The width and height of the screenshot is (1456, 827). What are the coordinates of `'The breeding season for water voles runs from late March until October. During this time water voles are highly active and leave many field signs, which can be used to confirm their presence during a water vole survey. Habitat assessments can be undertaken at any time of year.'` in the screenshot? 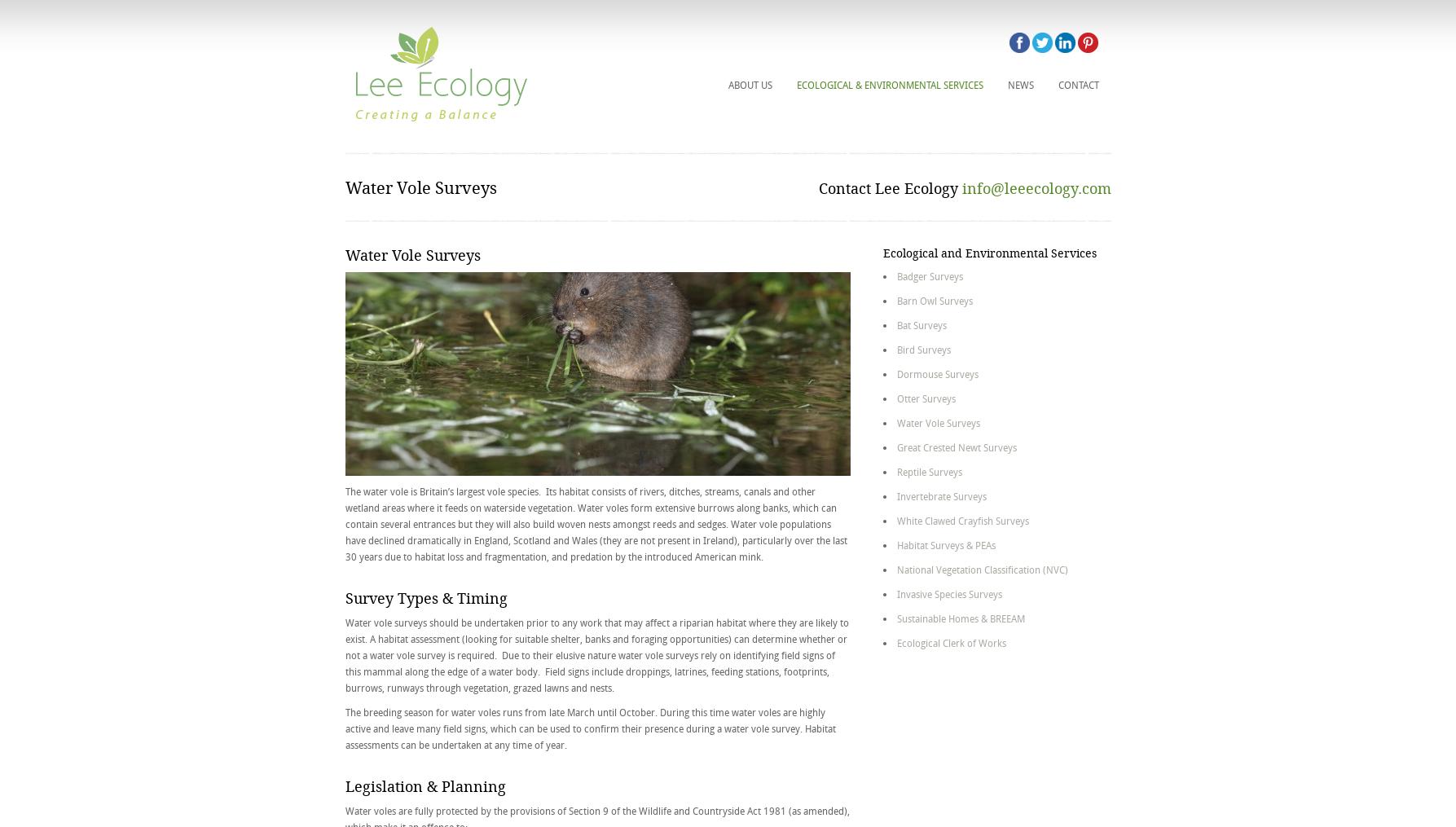 It's located at (589, 728).